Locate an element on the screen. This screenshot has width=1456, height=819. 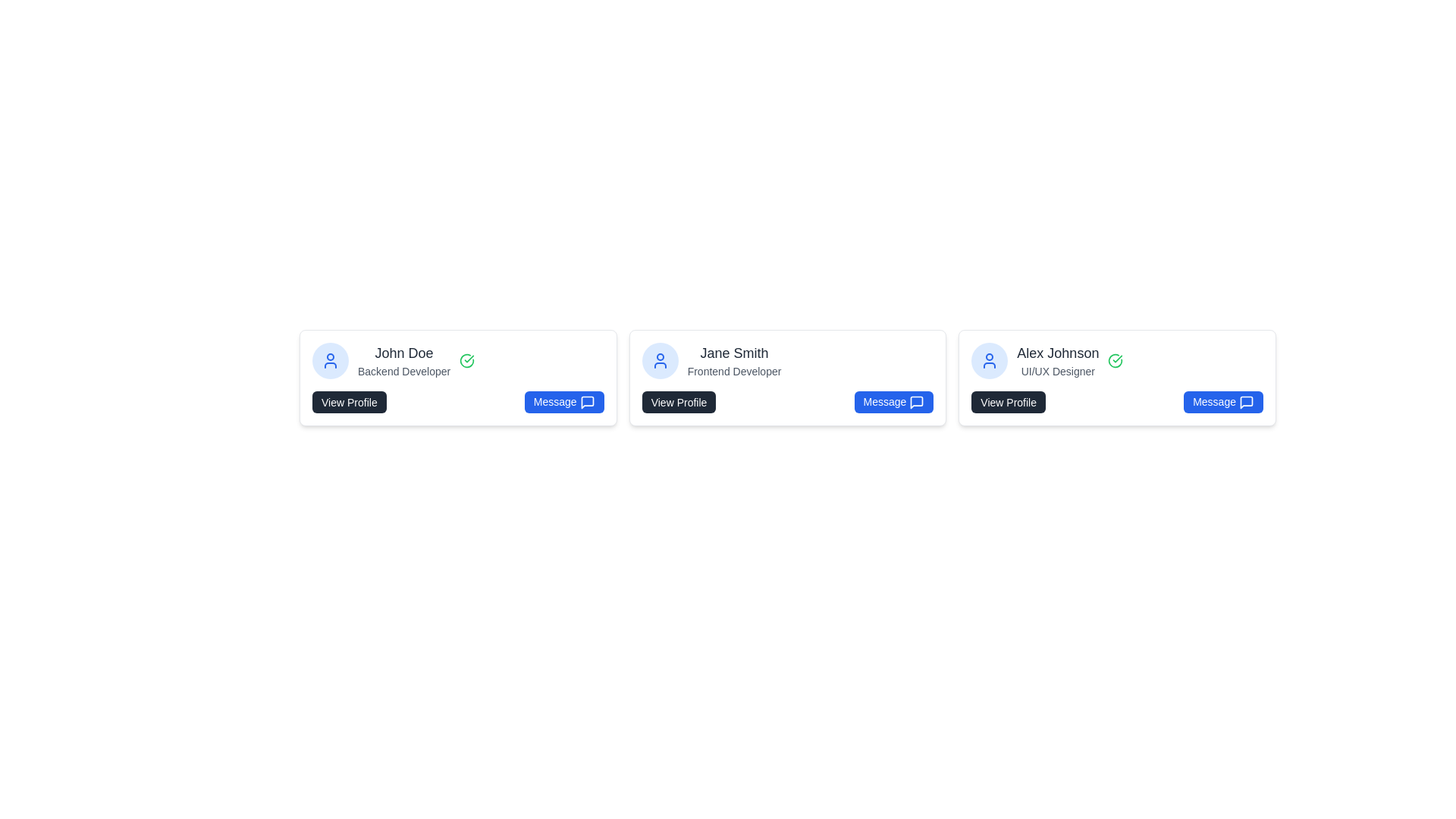
the Avatar icon, which is a circular icon with a light blue background and a person silhouette outlined in blue, located to the left of the text 'Alex Johnson' in the third profile card is located at coordinates (990, 360).